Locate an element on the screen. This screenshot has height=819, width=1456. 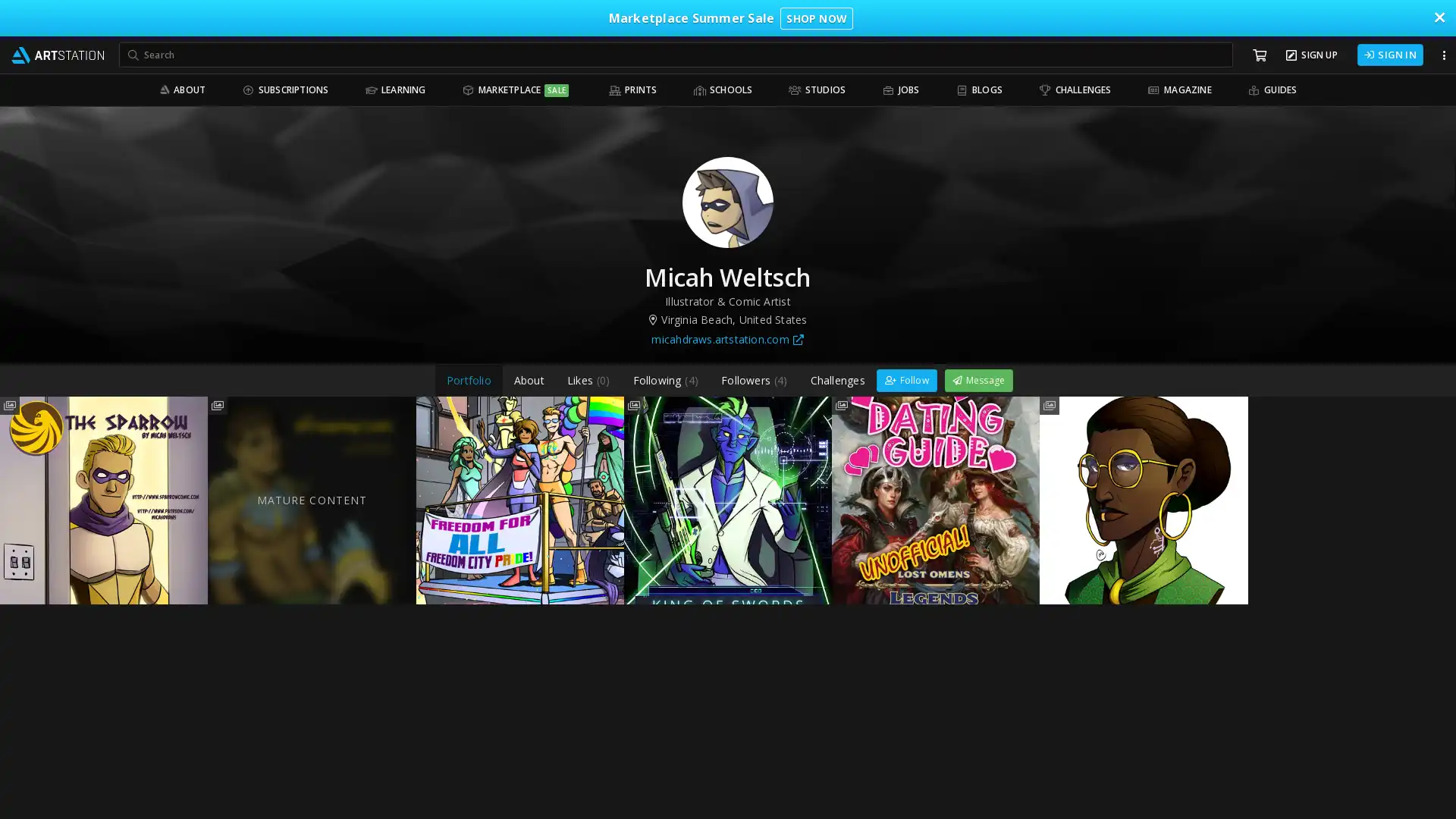
Follow is located at coordinates (906, 378).